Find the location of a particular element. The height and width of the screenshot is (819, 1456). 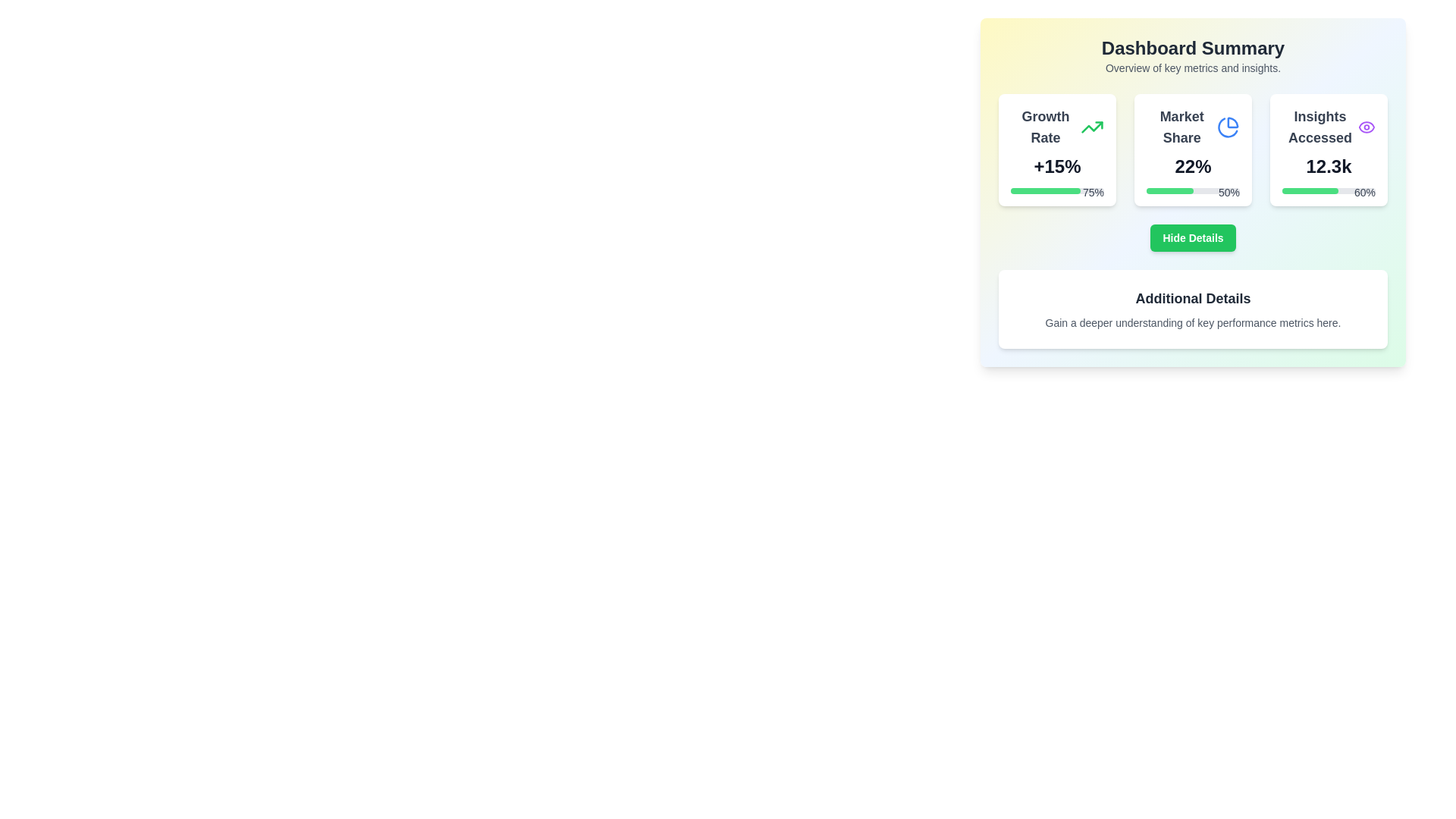

the 'Additional Details' heading label, which is bold, large, and dark gray, located at the top center of its white rounded rectangular panel is located at coordinates (1192, 298).